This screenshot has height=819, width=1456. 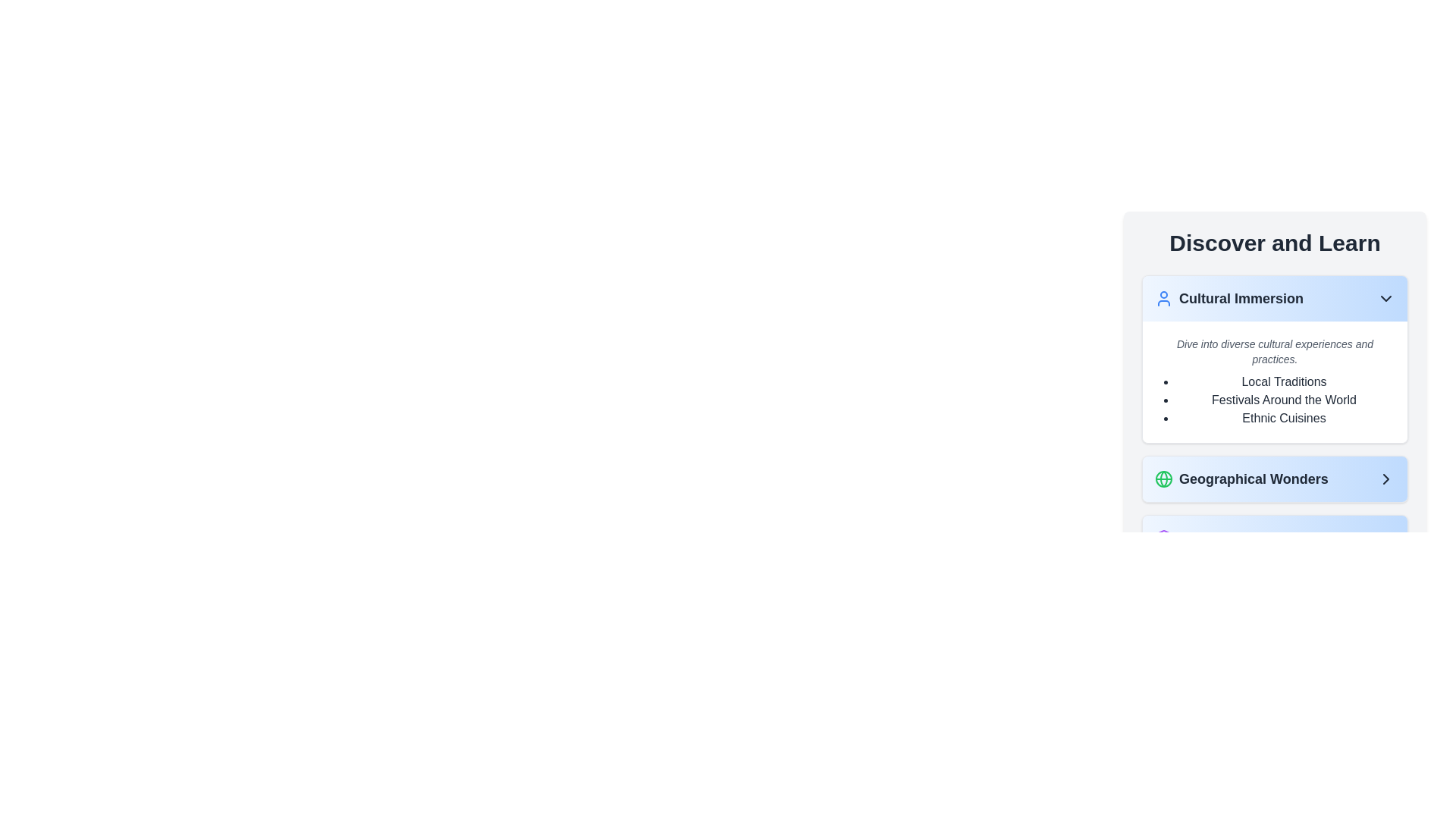 I want to click on the chevron icon located at the far right of the 'Historical Timelines' section to interact or navigate, so click(x=1386, y=537).